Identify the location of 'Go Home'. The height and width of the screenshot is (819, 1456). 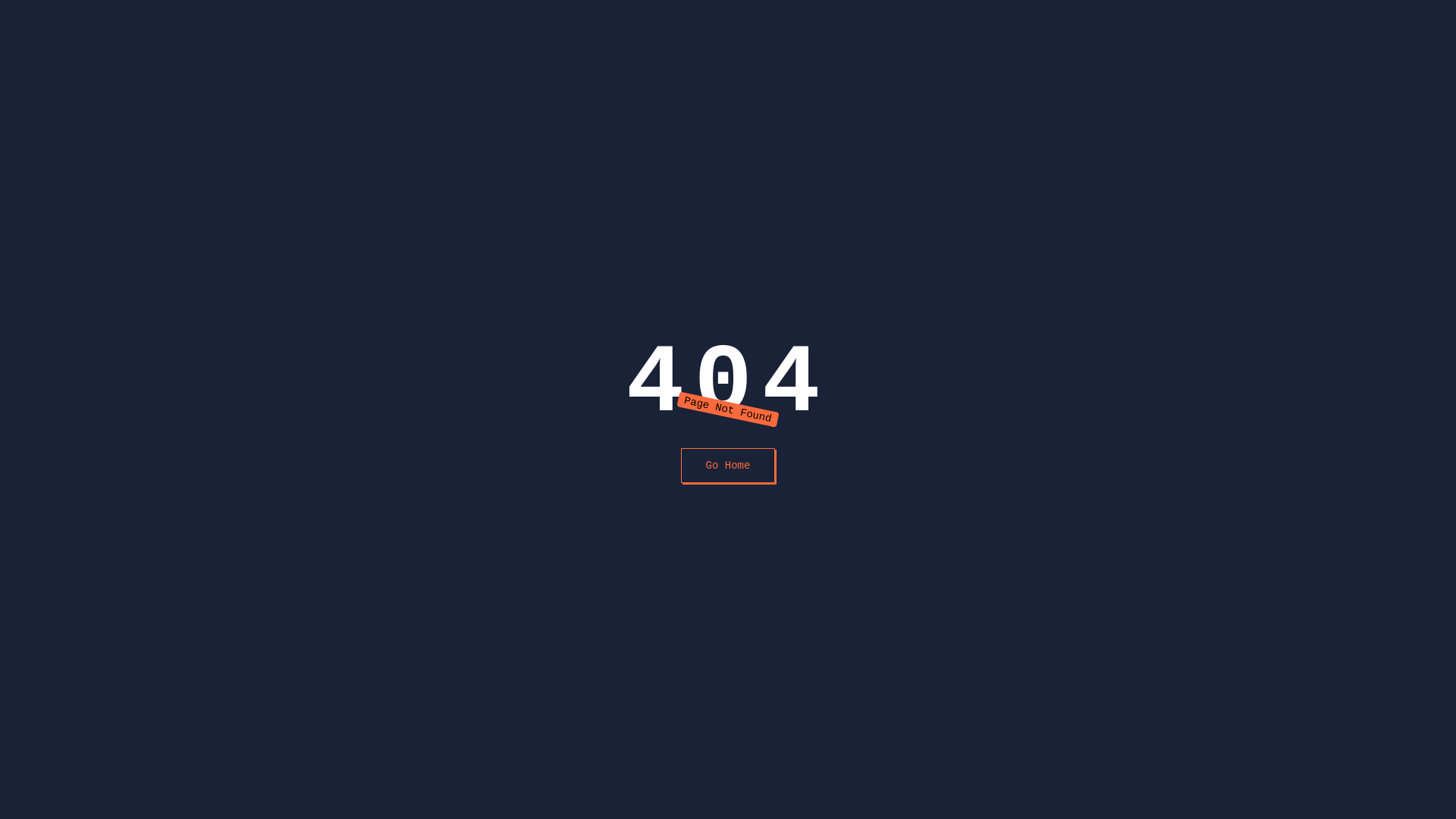
(728, 464).